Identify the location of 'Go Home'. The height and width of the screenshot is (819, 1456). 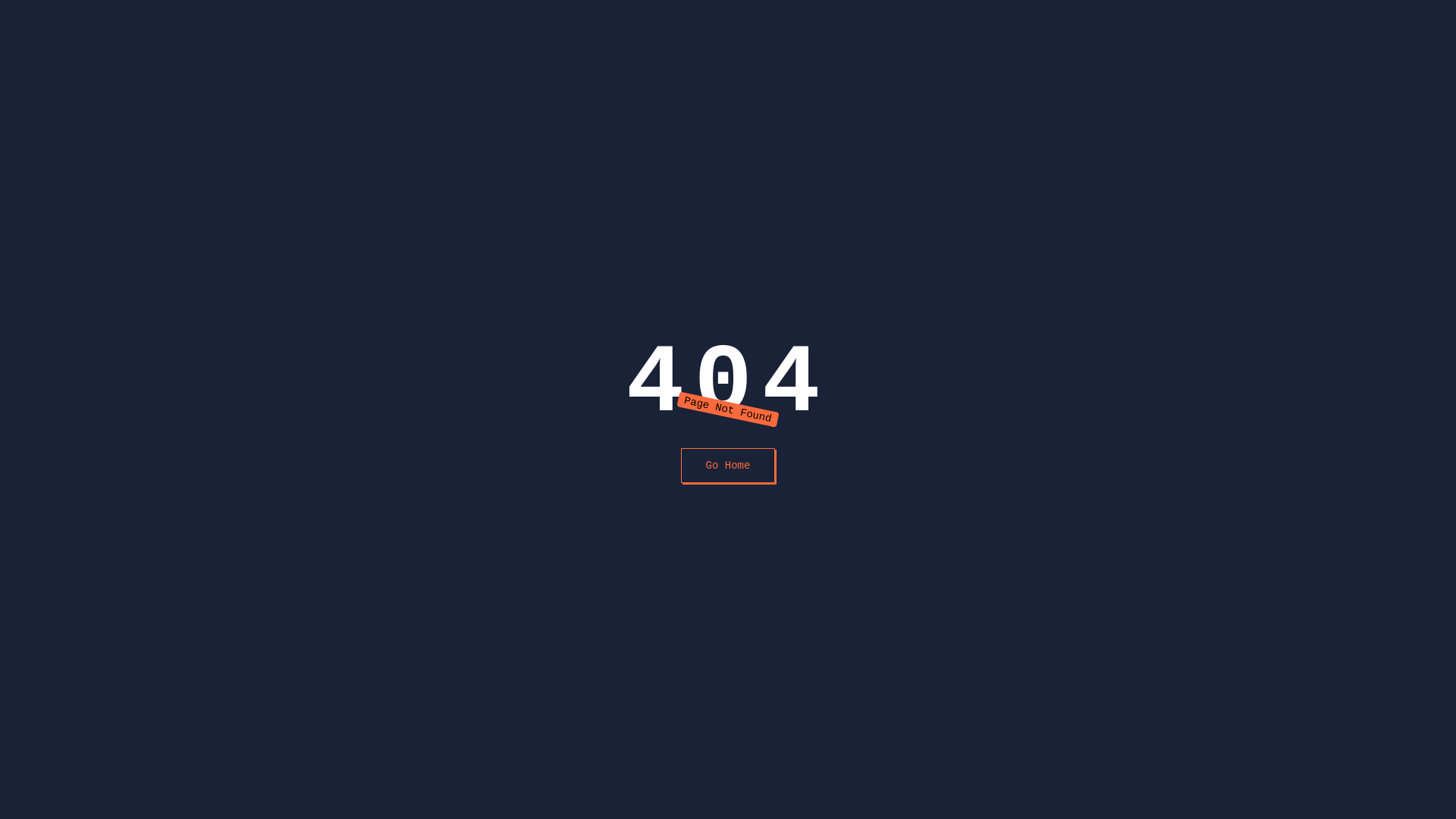
(728, 464).